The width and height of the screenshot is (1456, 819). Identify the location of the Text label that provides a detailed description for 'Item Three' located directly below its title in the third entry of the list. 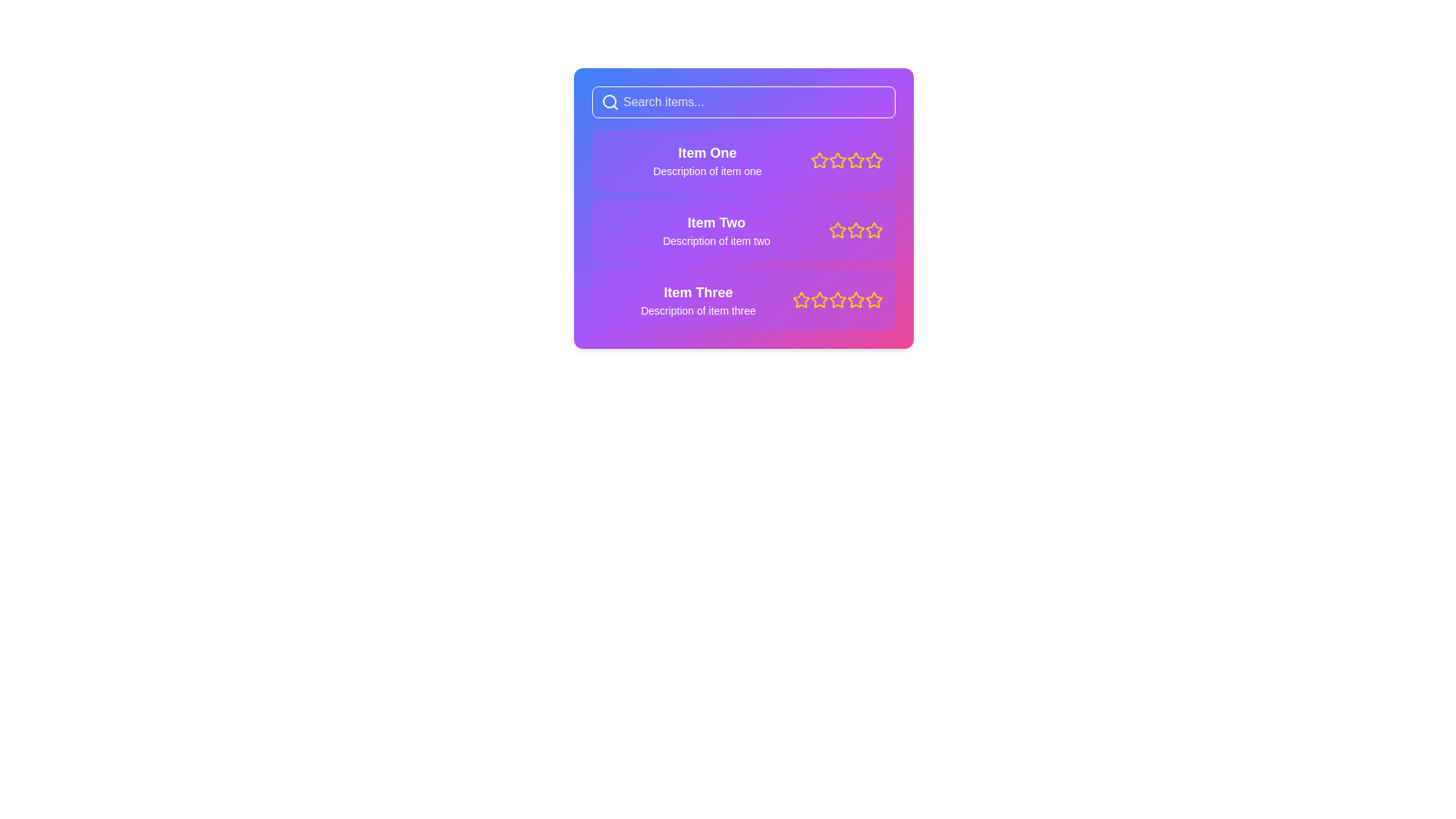
(698, 309).